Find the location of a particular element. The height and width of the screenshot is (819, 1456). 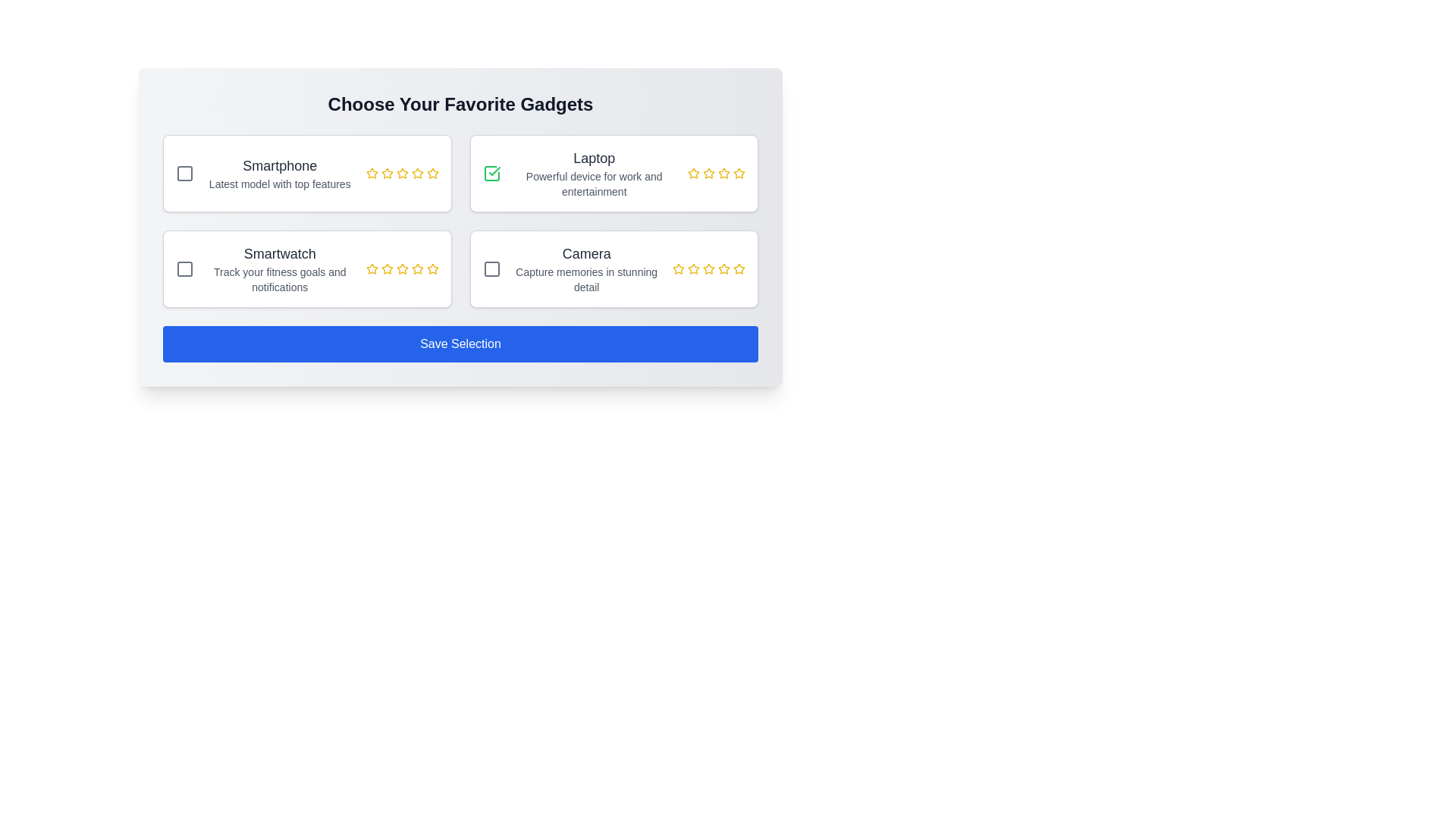

the label displaying 'Smartphone' and its description 'Latest model with top features', located in the top-left portion of the grid layout, underneath the checkbox icon is located at coordinates (280, 172).